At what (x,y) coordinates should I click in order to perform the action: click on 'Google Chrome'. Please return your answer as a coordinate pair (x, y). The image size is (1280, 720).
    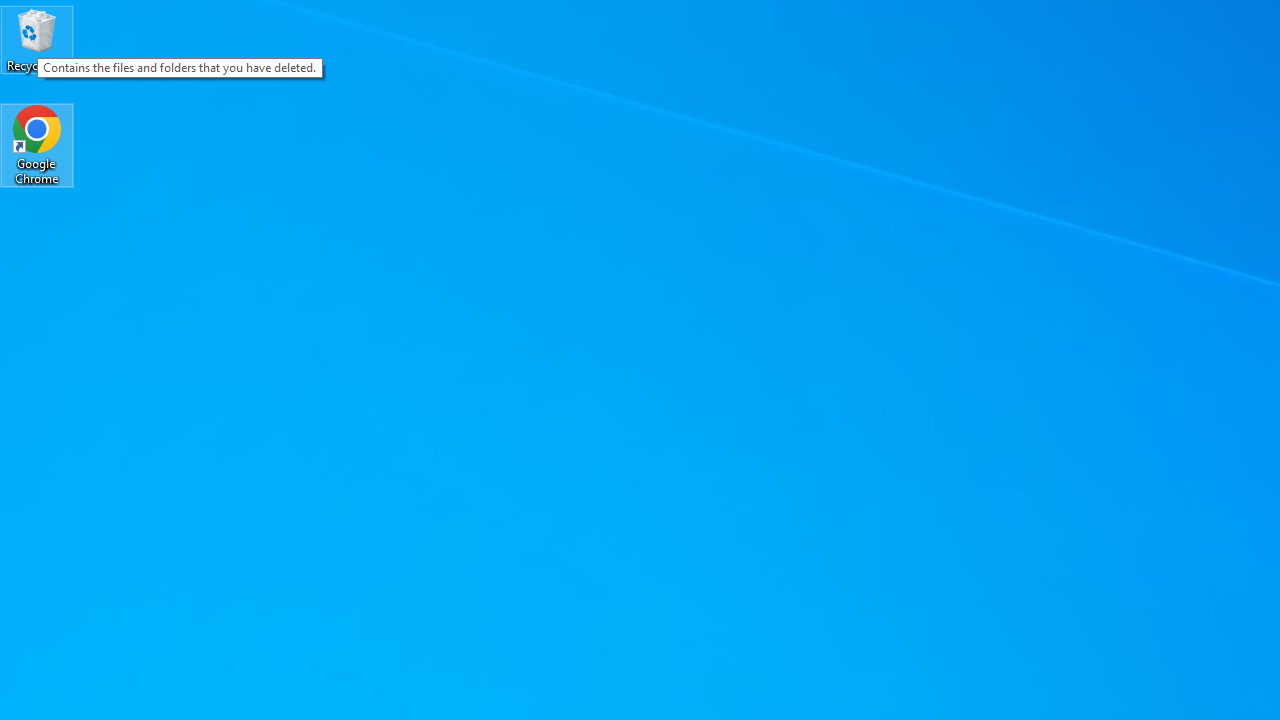
    Looking at the image, I should click on (37, 144).